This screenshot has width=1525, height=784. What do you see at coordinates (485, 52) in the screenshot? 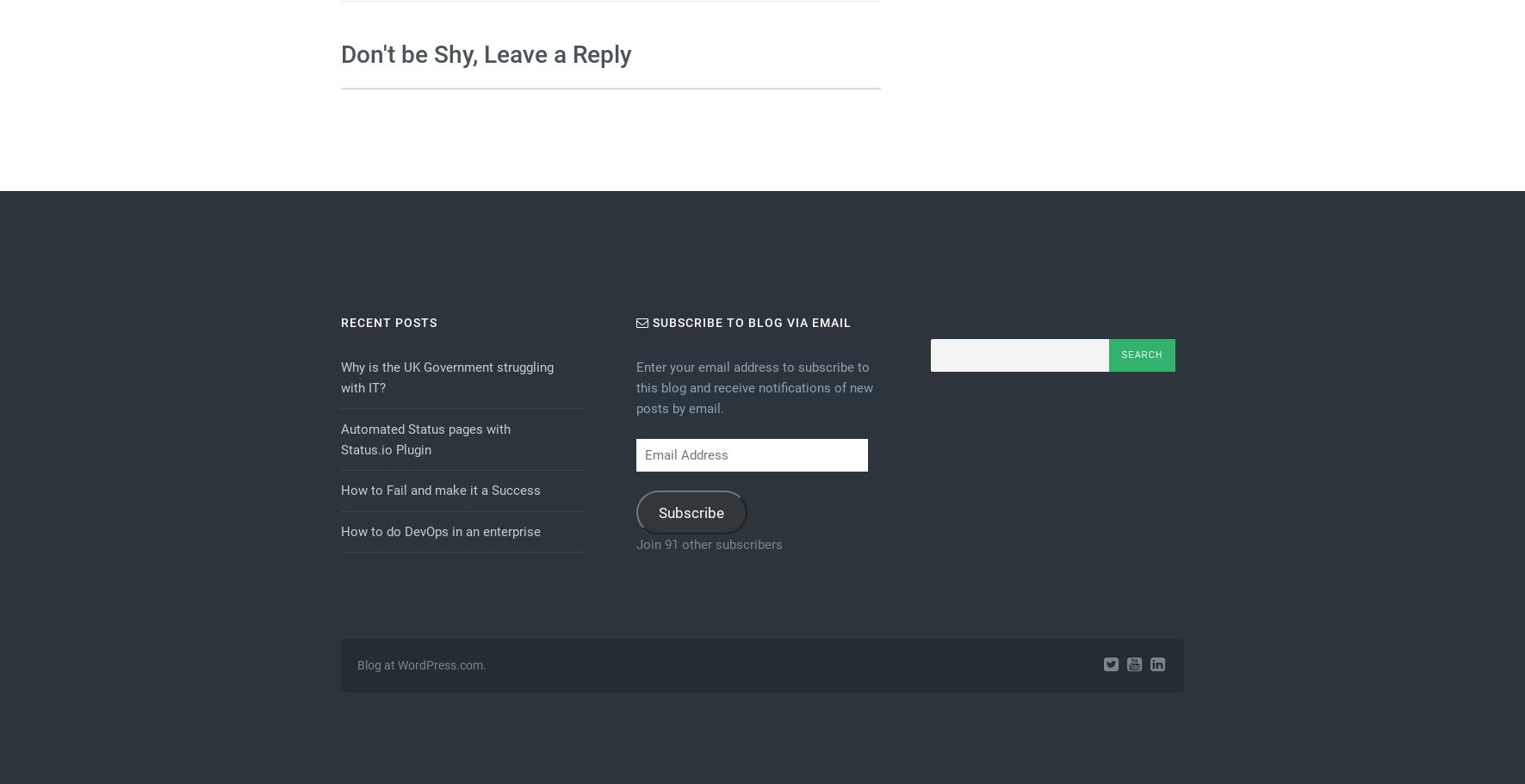
I see `'Don't be Shy, Leave a Reply'` at bounding box center [485, 52].